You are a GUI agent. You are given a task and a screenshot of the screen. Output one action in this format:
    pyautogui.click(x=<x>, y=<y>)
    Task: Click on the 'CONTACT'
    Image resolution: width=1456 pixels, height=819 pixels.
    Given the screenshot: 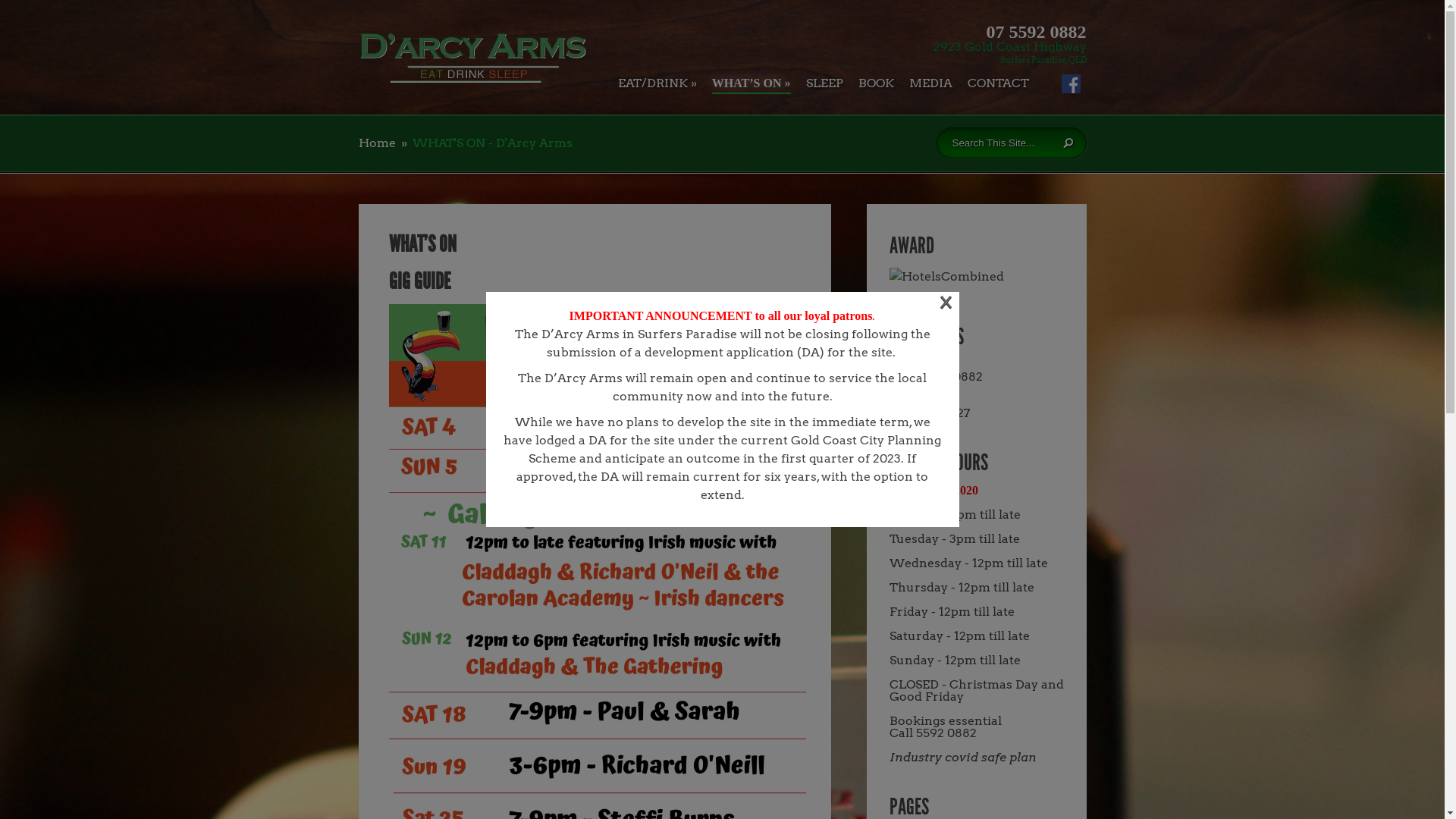 What is the action you would take?
    pyautogui.click(x=998, y=86)
    